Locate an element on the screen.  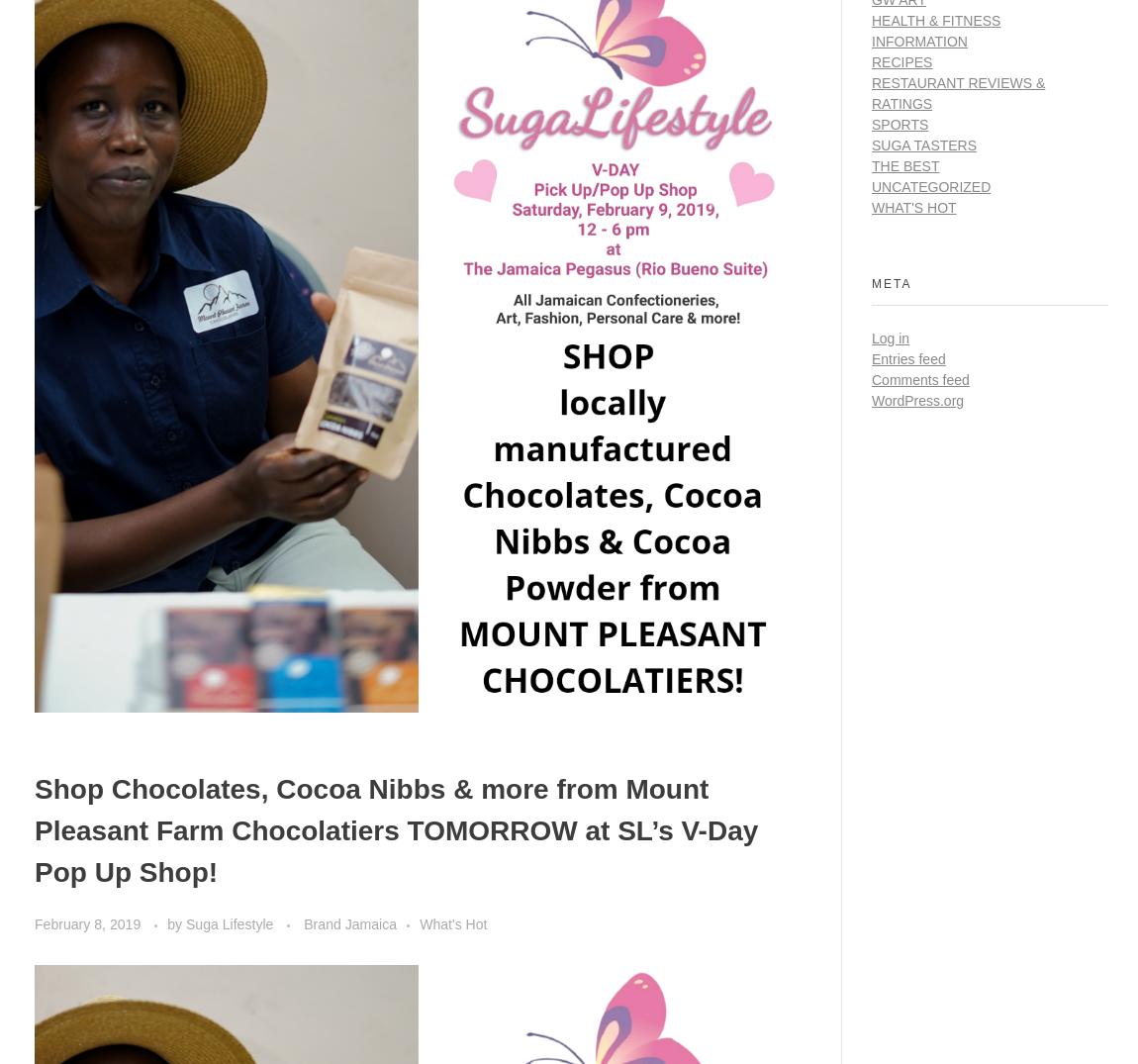
'Uncategorized' is located at coordinates (931, 186).